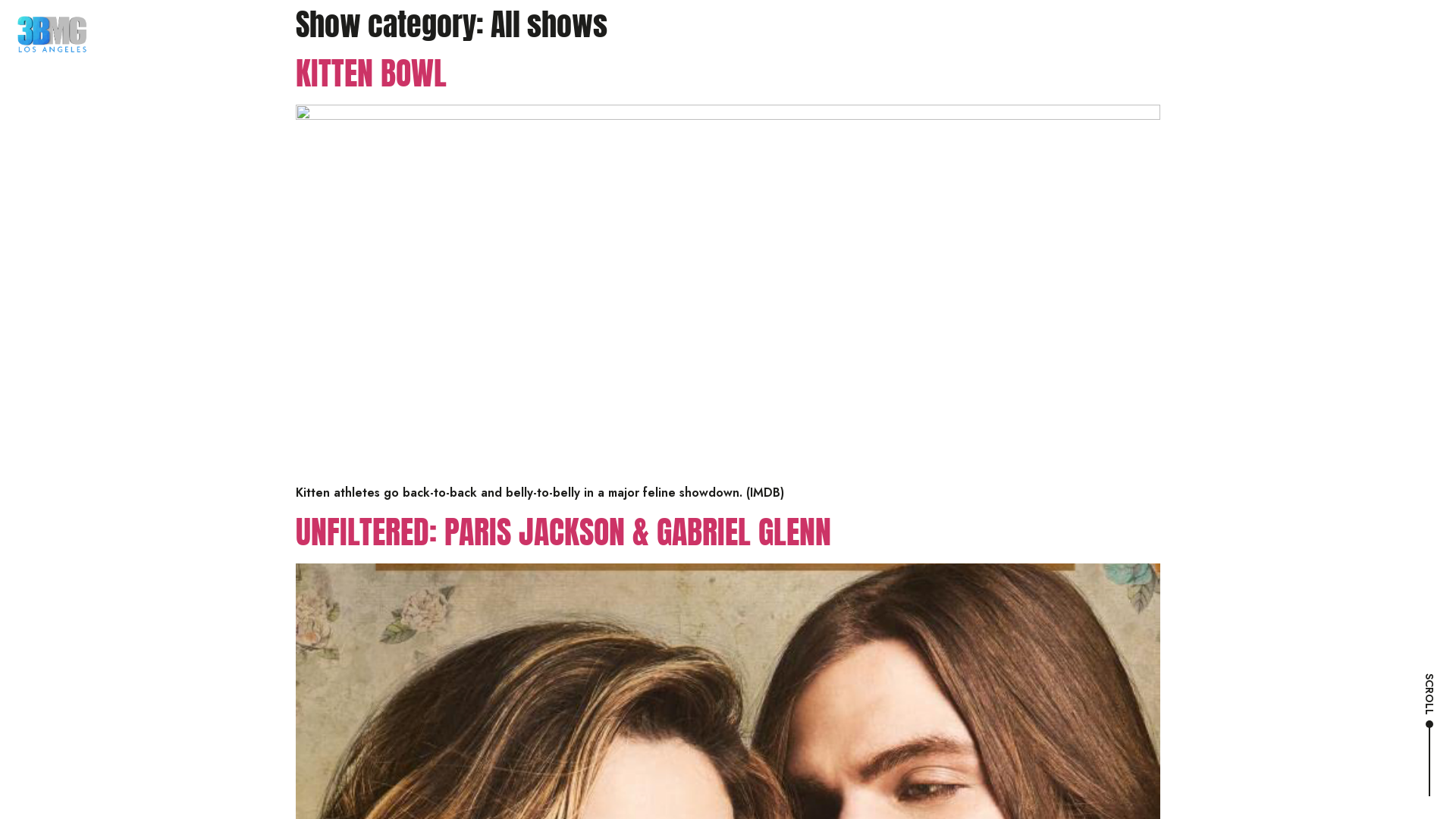 This screenshot has width=1456, height=819. I want to click on 'KITTEN BOWL', so click(371, 73).